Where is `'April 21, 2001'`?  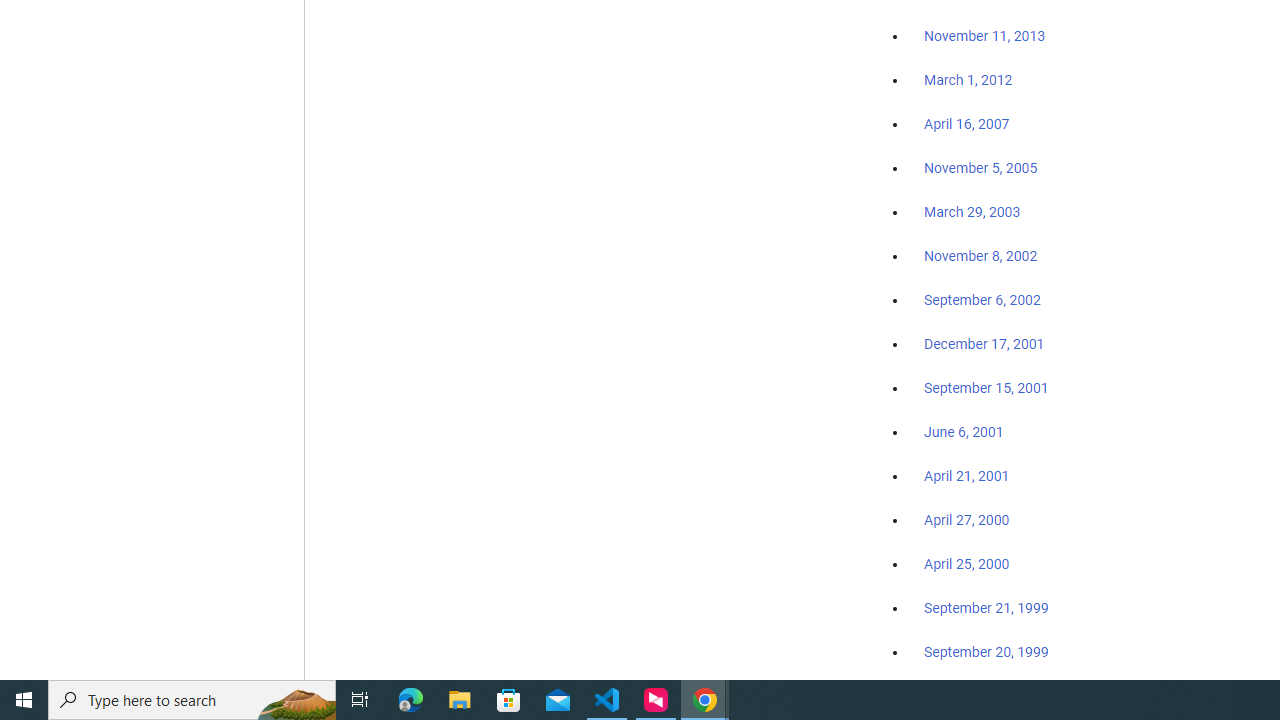 'April 21, 2001' is located at coordinates (967, 476).